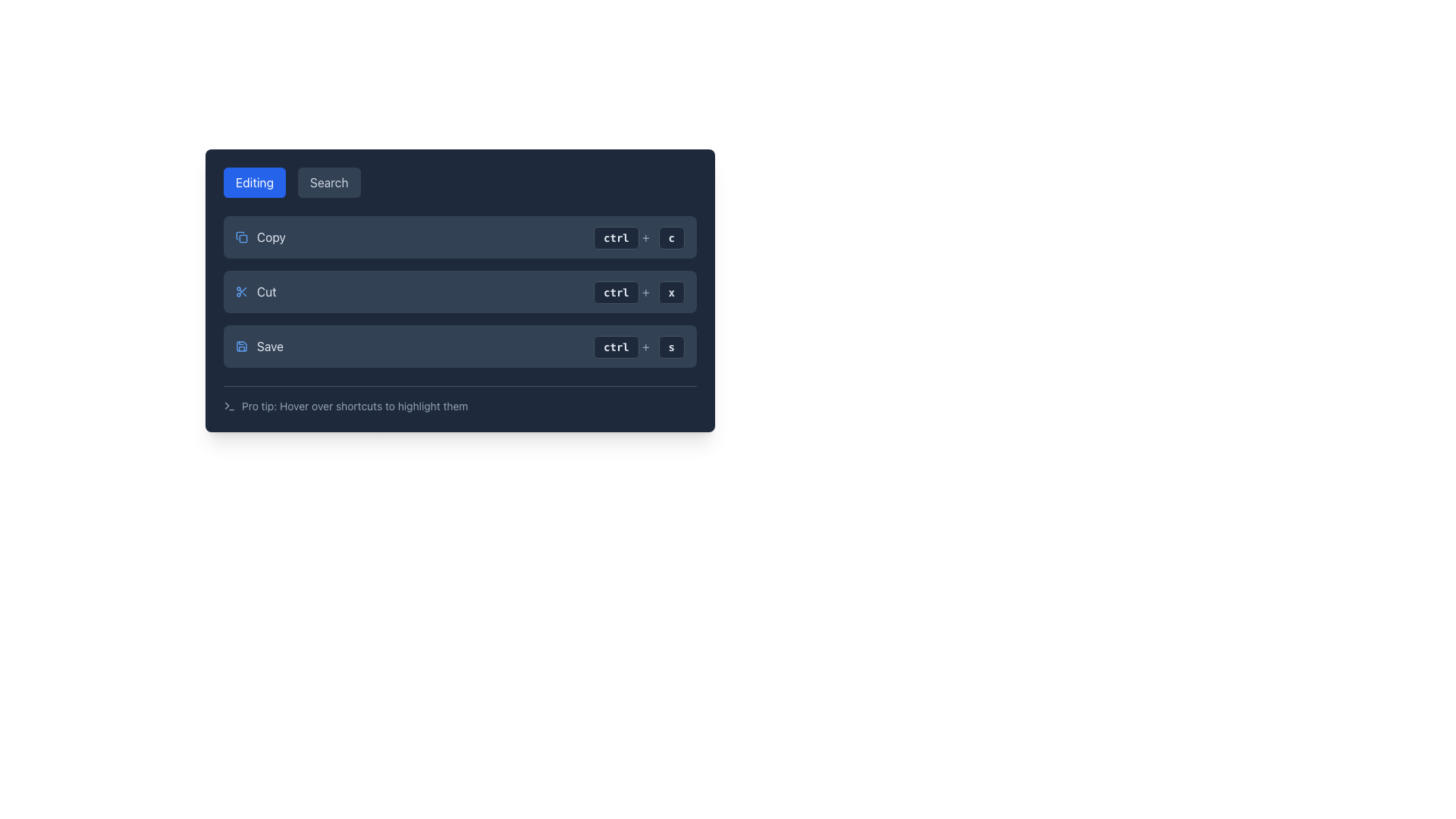  Describe the element at coordinates (670, 292) in the screenshot. I see `the small button-like interactive component with an 'x' displayed, styled with a dark background and light text, located to the right of the shortcut label 'Ctrl + x' in the third row of the list-like layout` at that location.